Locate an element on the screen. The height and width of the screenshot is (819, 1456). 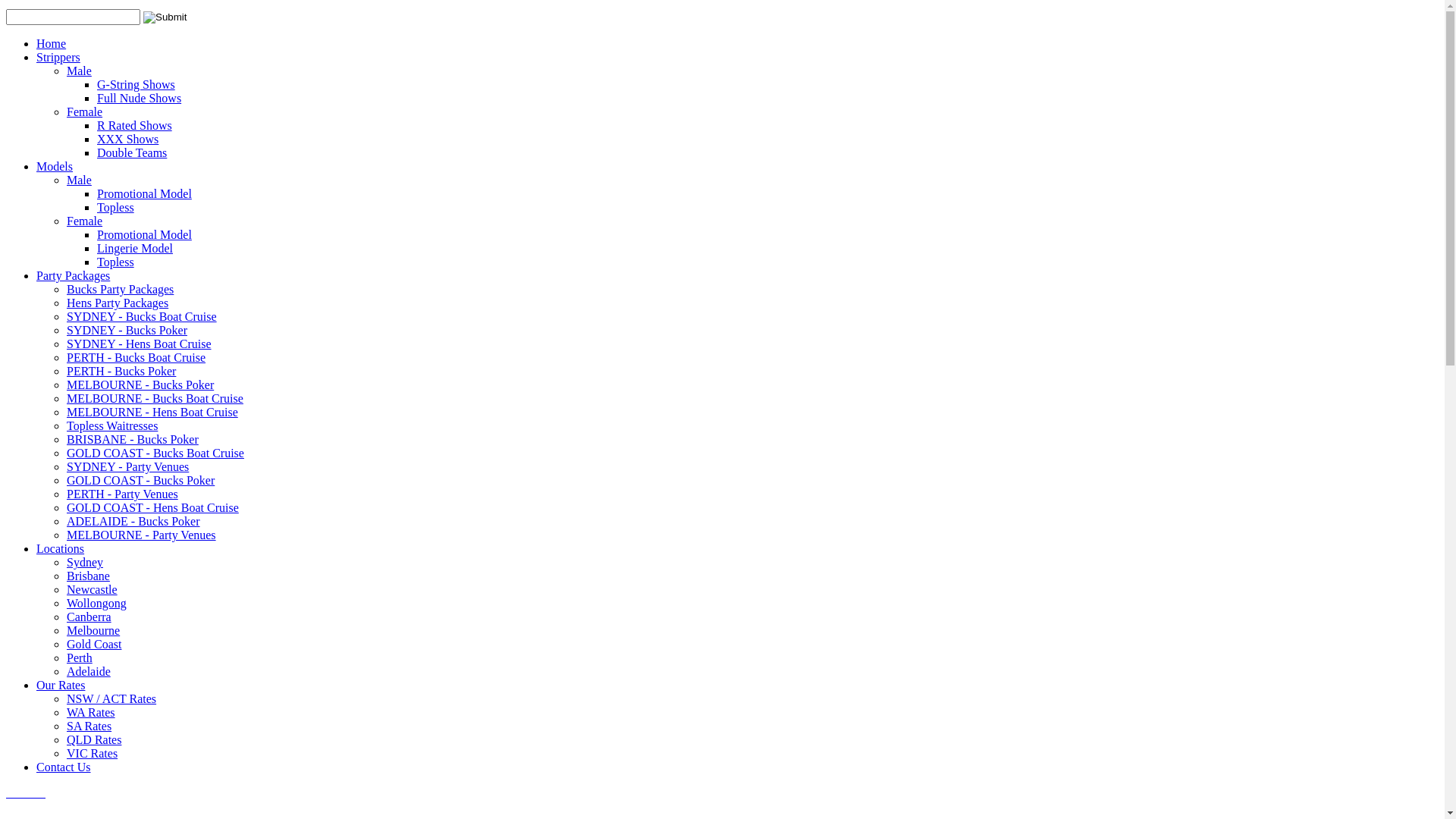
'R Rated Shows' is located at coordinates (134, 124).